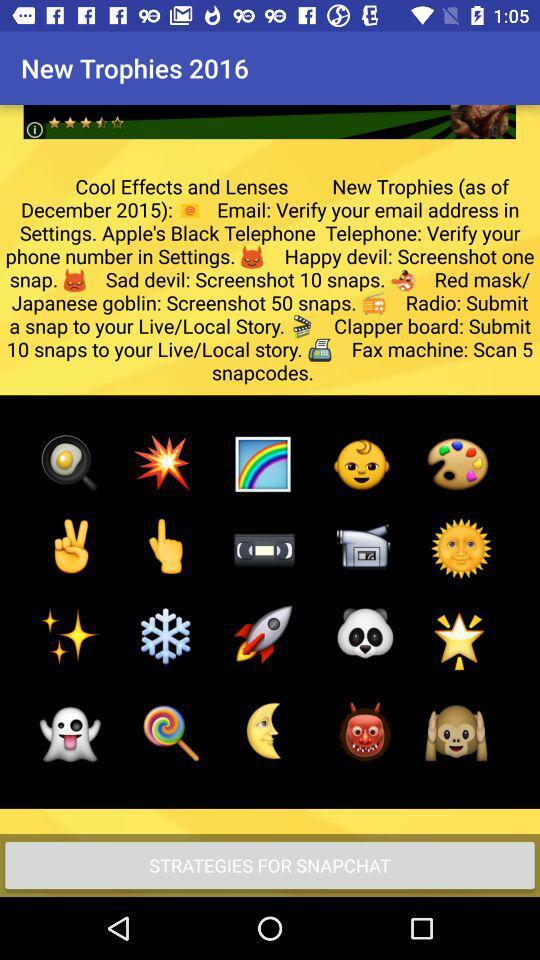 This screenshot has width=540, height=960. What do you see at coordinates (269, 106) in the screenshot?
I see `the icon above cool effects and icon` at bounding box center [269, 106].